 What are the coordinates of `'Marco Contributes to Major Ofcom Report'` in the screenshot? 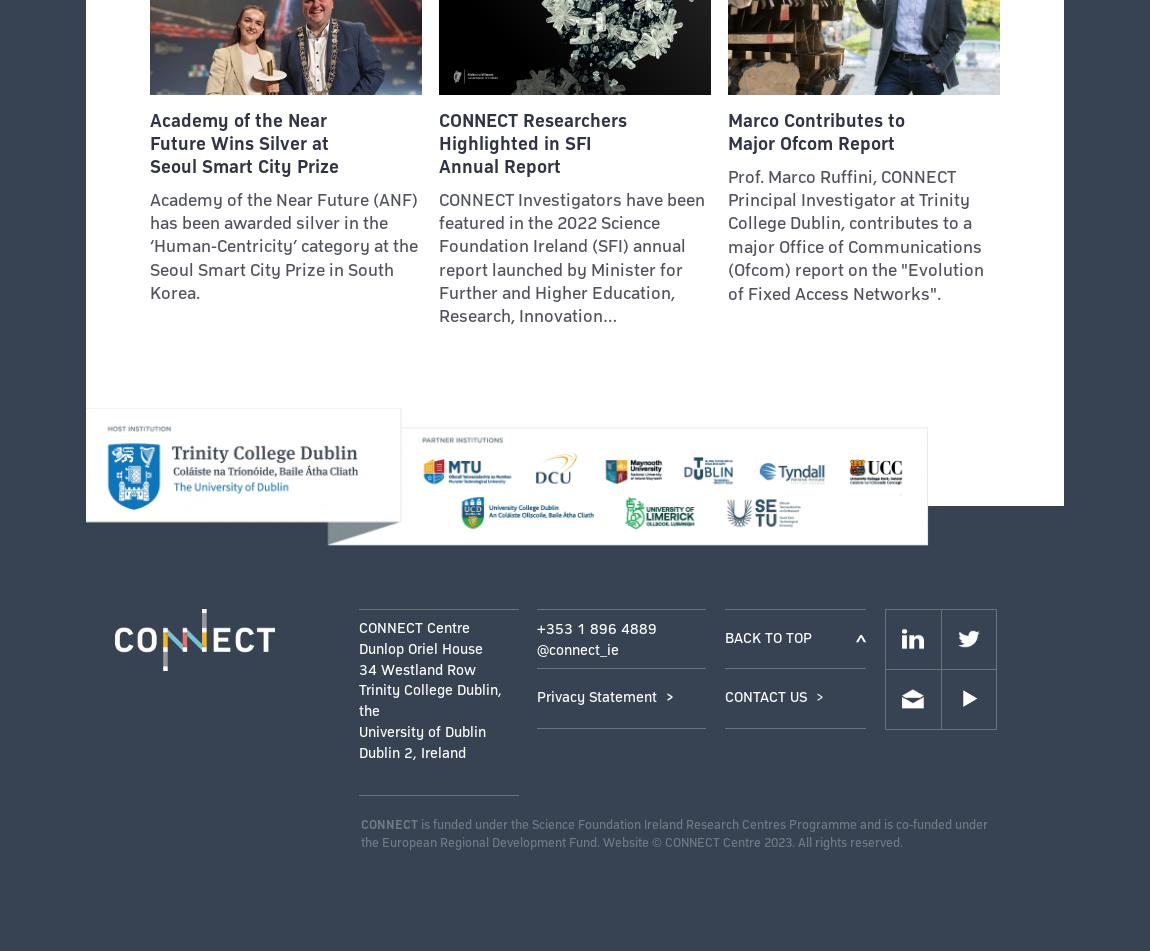 It's located at (815, 131).